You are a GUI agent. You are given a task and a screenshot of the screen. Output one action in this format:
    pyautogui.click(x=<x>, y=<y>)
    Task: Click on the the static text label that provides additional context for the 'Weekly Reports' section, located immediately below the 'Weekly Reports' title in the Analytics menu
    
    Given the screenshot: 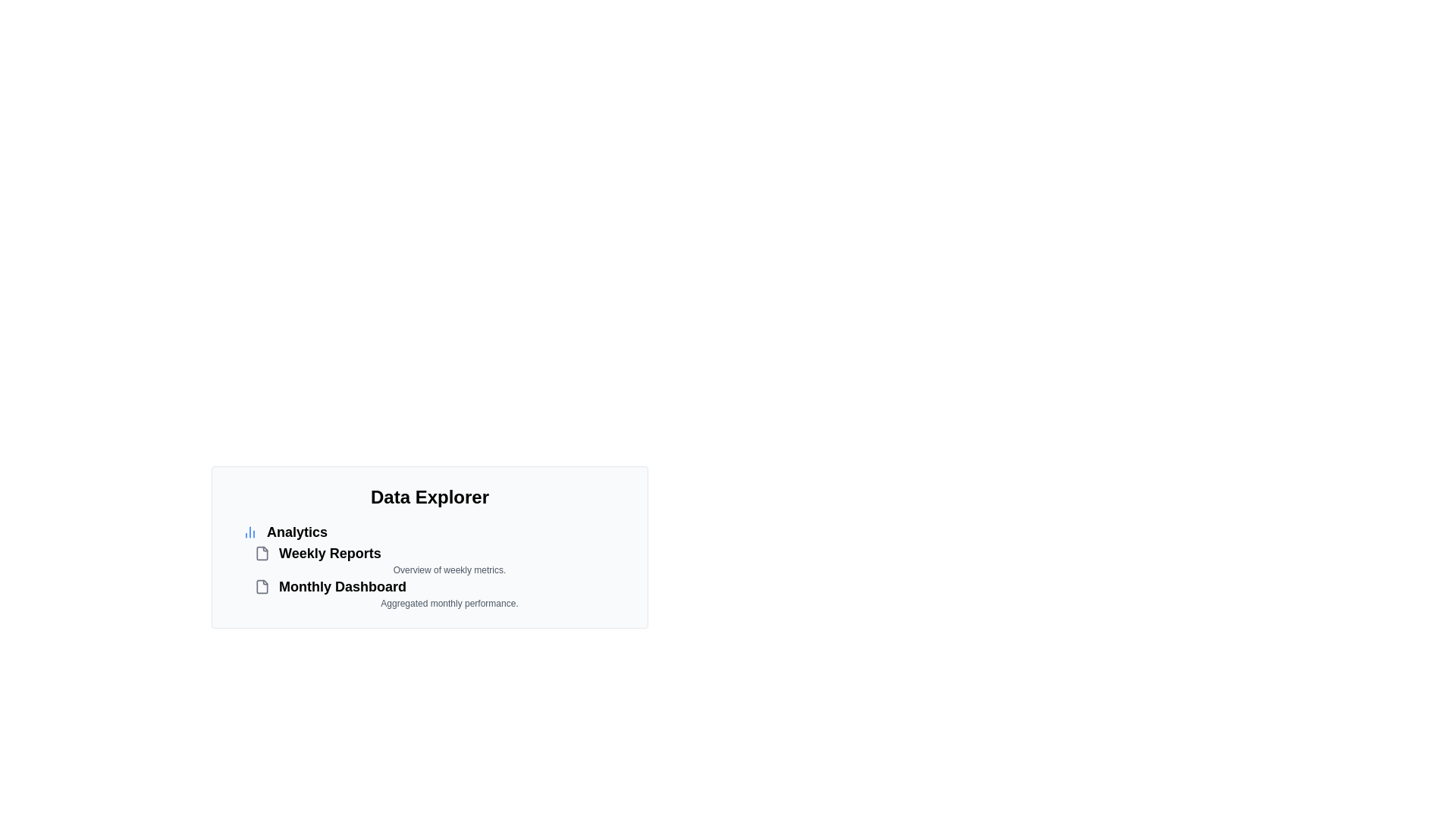 What is the action you would take?
    pyautogui.click(x=449, y=570)
    